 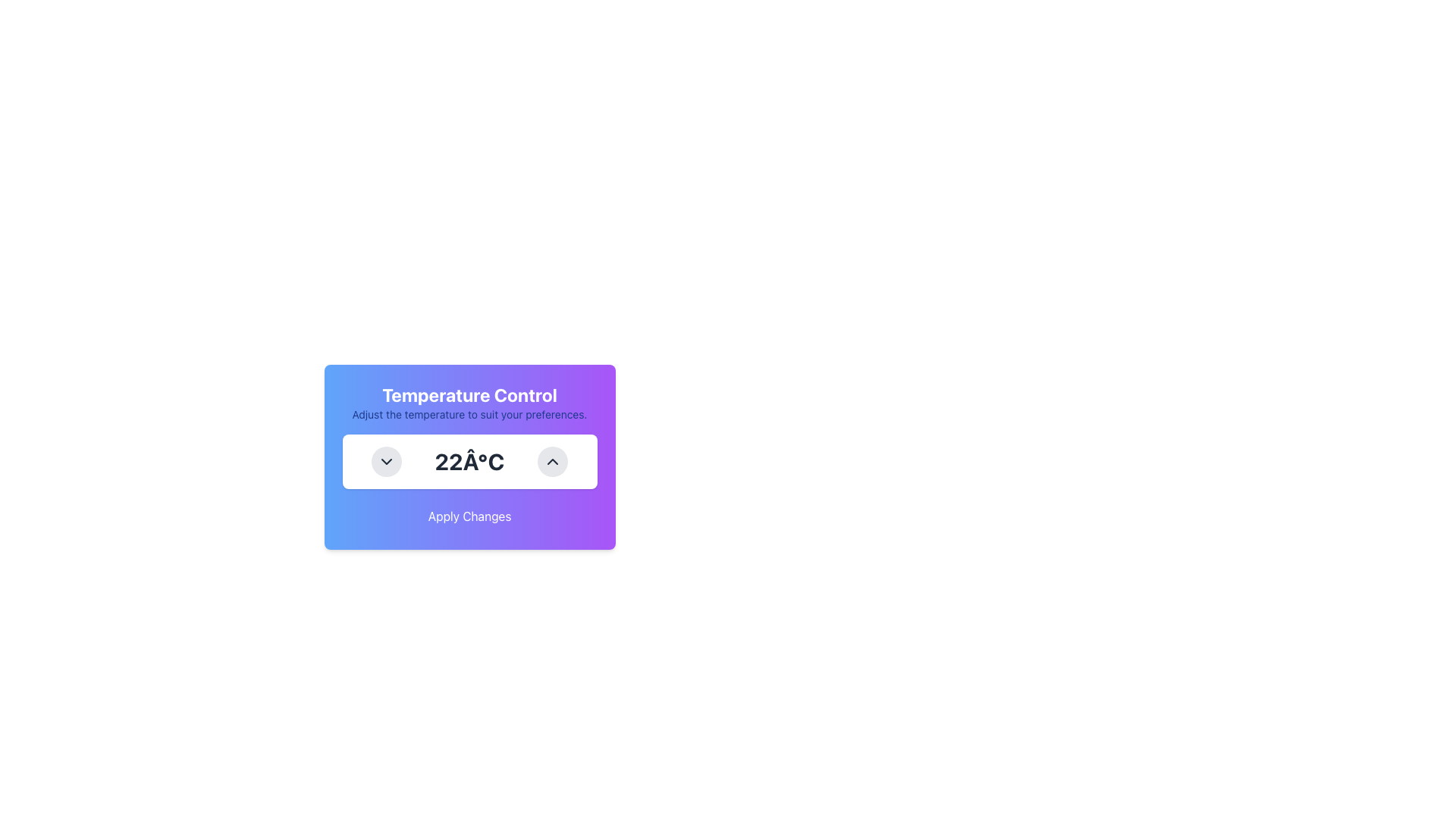 What do you see at coordinates (552, 461) in the screenshot?
I see `the increment button located at the top-right corner of the temperature control interface to increase the temperature value` at bounding box center [552, 461].